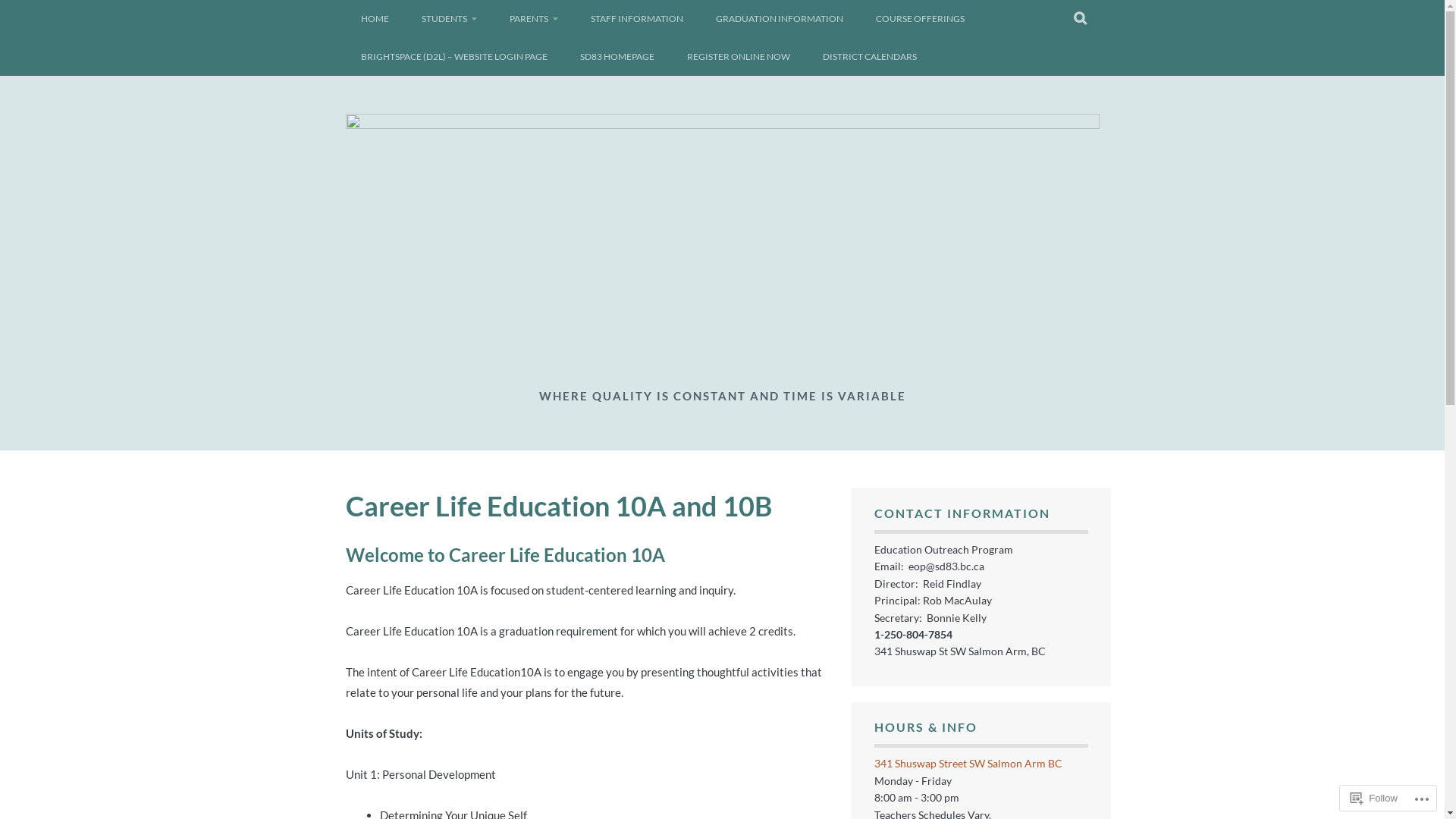 The image size is (1456, 819). I want to click on '341 Shuswap Street SW Salmon Arm BC', so click(967, 763).